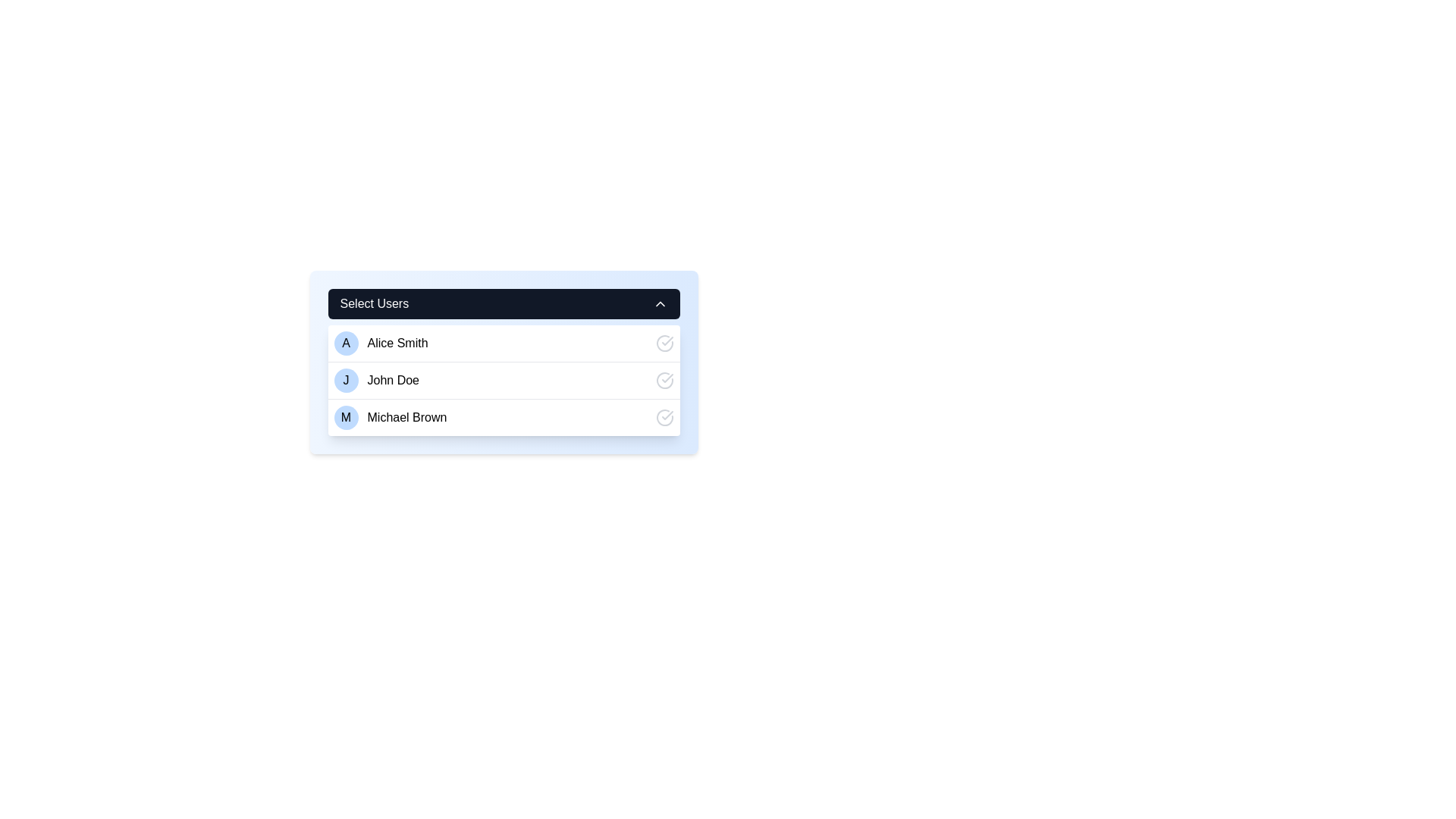  I want to click on the static text label displaying 'John Doe', located in the second row of the user selection list, to the right of the circular blue icon with the letter 'J', so click(393, 379).